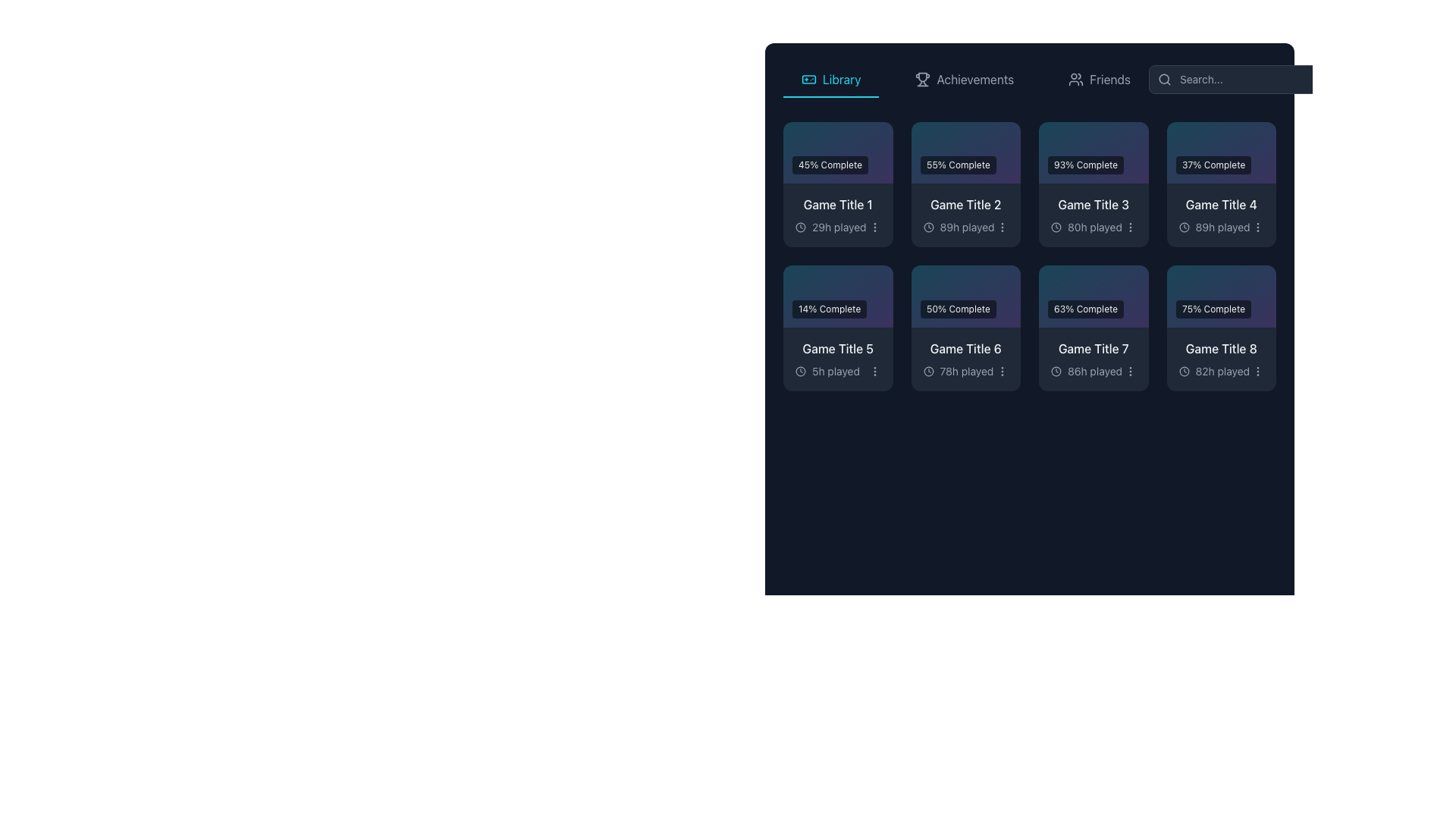 The height and width of the screenshot is (819, 1456). Describe the element at coordinates (1213, 308) in the screenshot. I see `the label displaying '75% Complete' in white text, which is located in the bottom-left corner of the card for 'Game Title 8'` at that location.